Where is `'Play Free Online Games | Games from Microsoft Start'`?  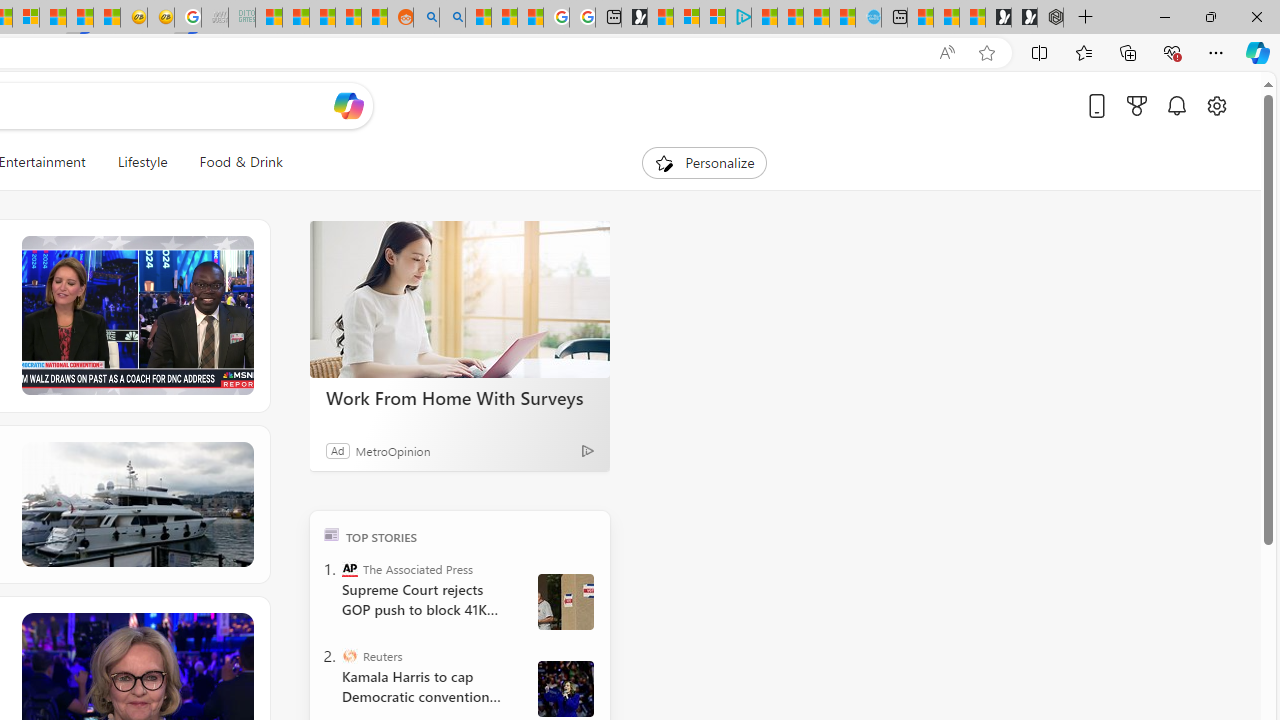 'Play Free Online Games | Games from Microsoft Start' is located at coordinates (1024, 17).